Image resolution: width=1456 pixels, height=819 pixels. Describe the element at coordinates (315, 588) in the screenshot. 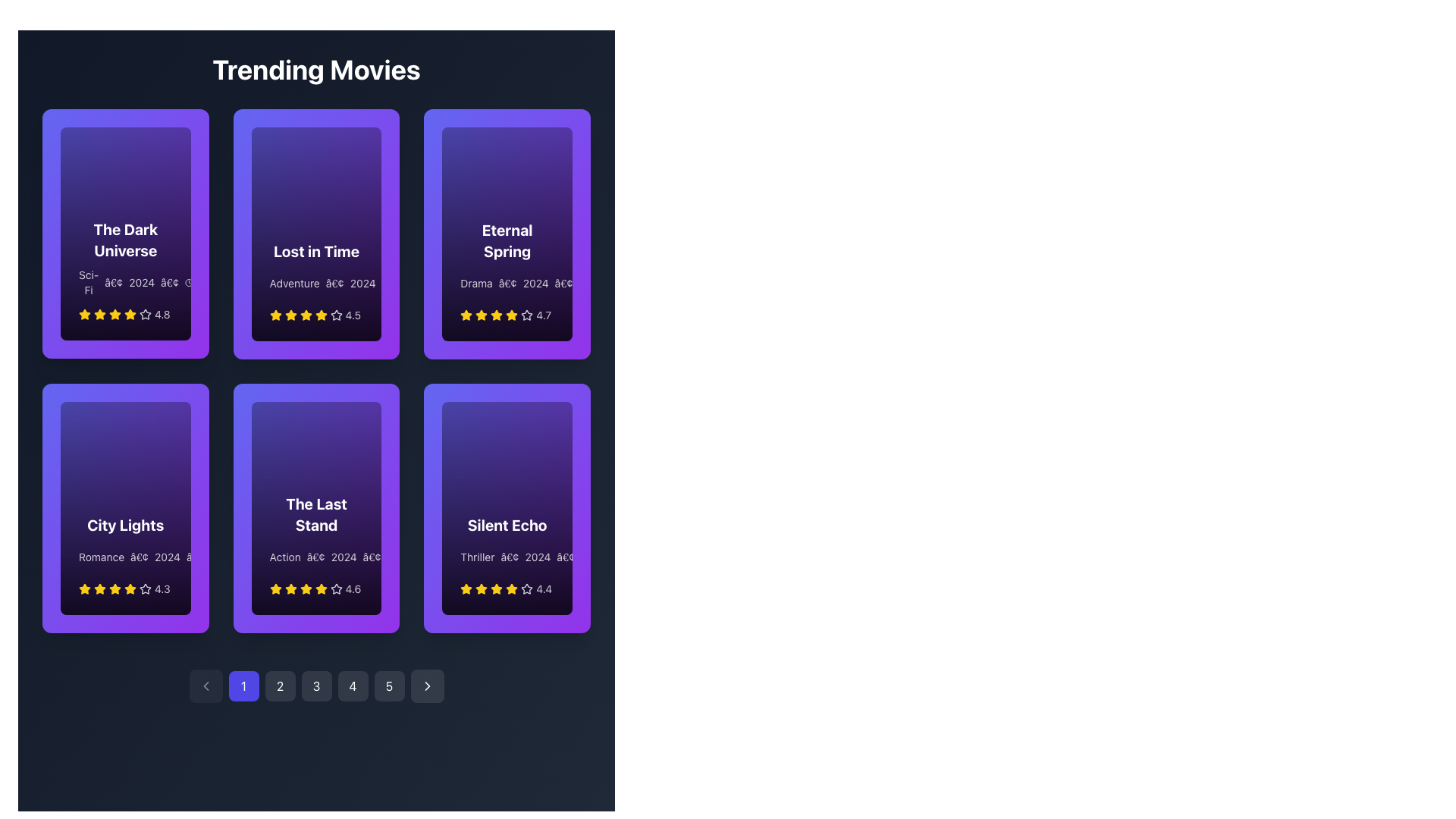

I see `the user rating display, which consists of four filled yellow stars and one outlined star, located at the bottom center of 'The Last Stand' movie card` at that location.